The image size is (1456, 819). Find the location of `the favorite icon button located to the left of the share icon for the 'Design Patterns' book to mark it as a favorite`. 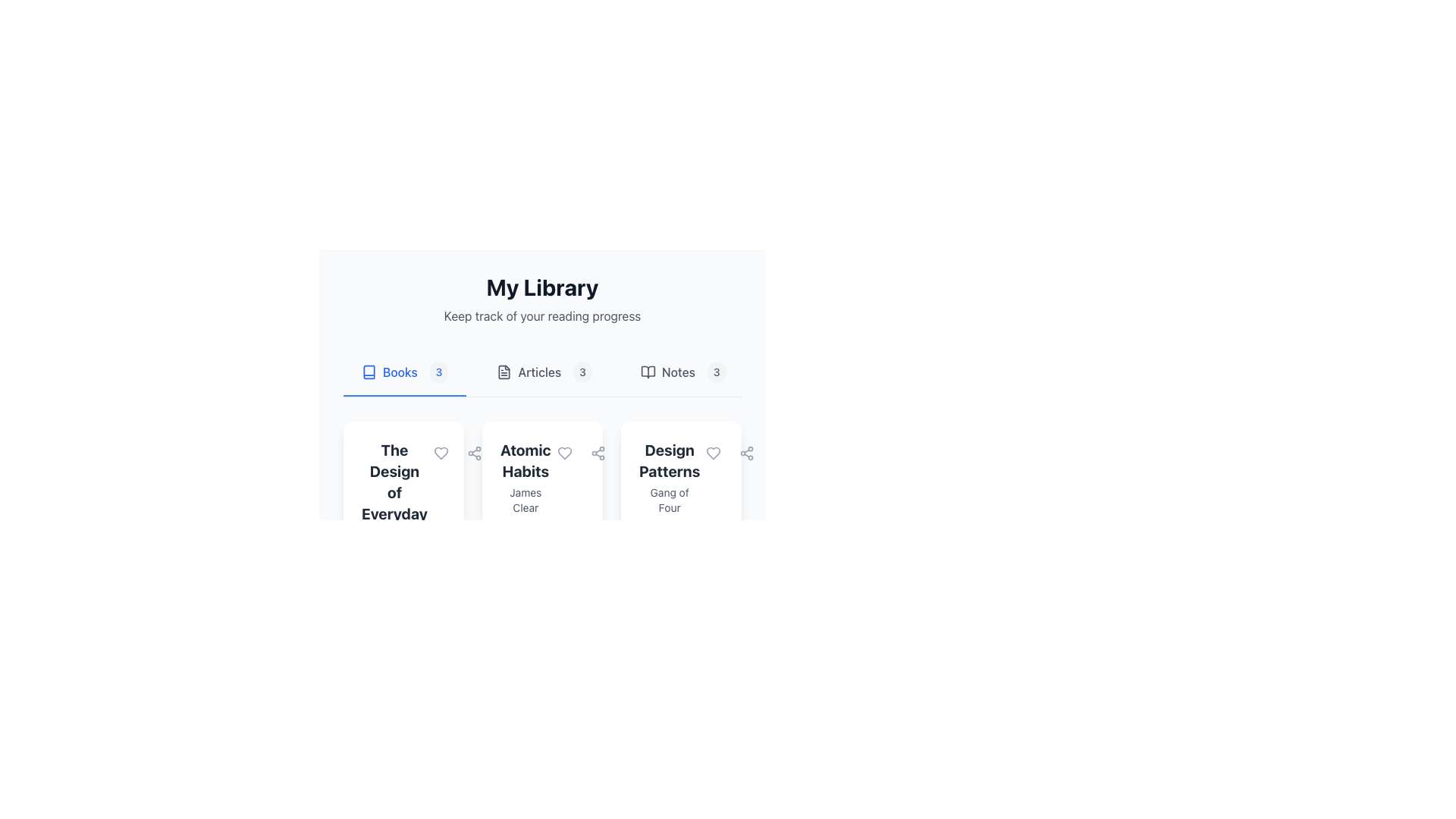

the favorite icon button located to the left of the share icon for the 'Design Patterns' book to mark it as a favorite is located at coordinates (713, 452).